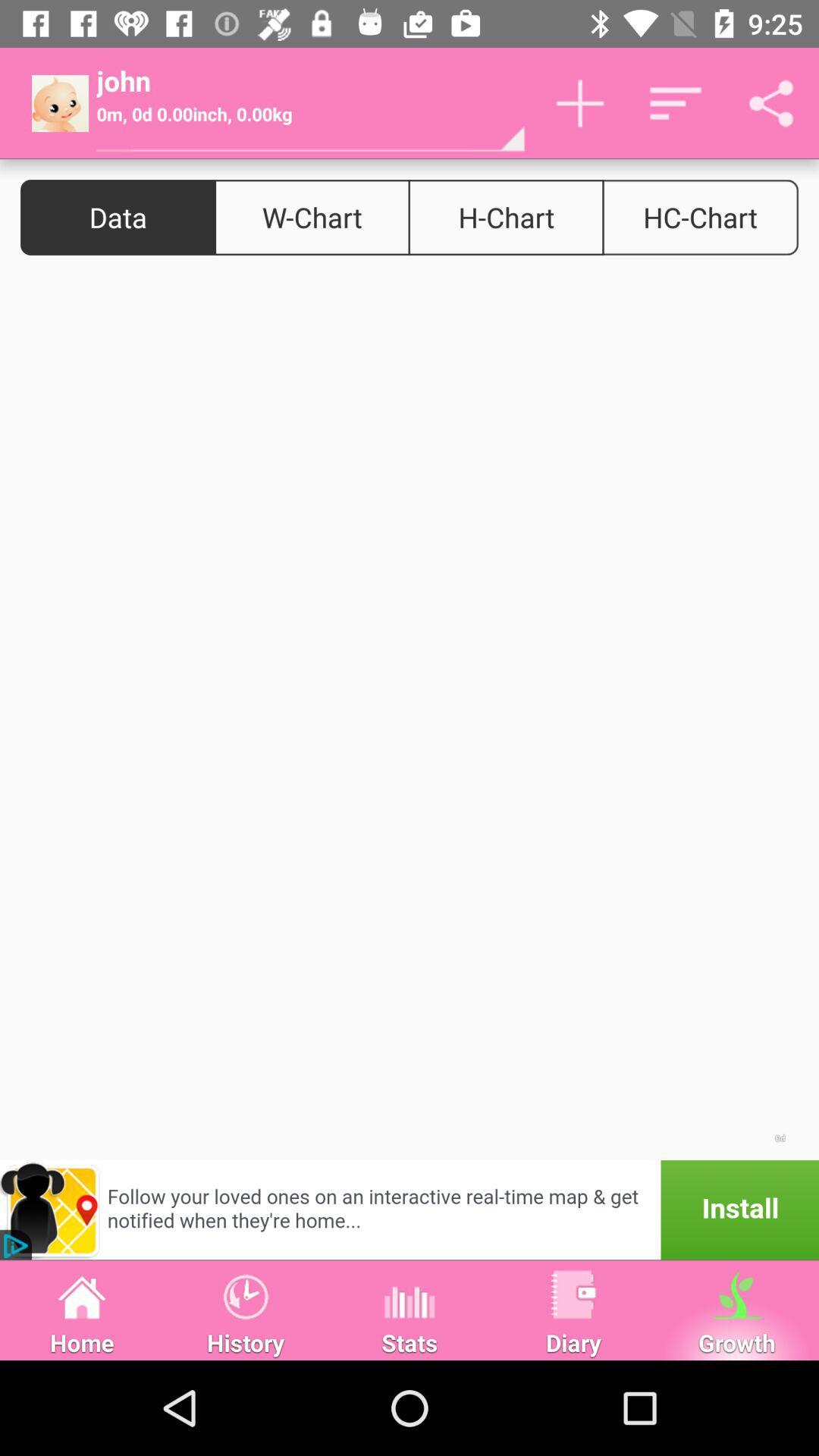 The height and width of the screenshot is (1456, 819). I want to click on app space, so click(409, 717).